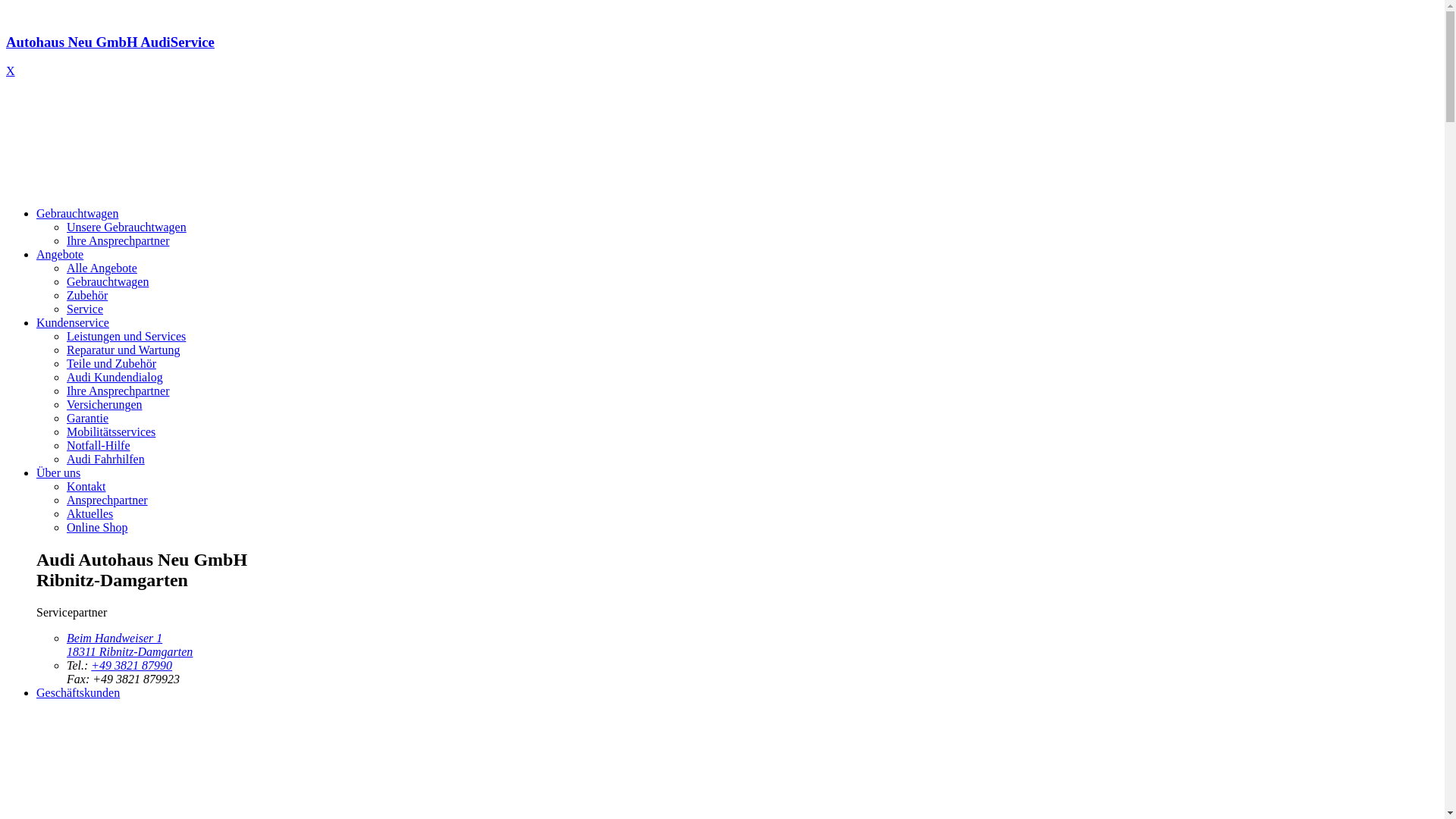  I want to click on 'Gebrauchtwagen', so click(76, 213).